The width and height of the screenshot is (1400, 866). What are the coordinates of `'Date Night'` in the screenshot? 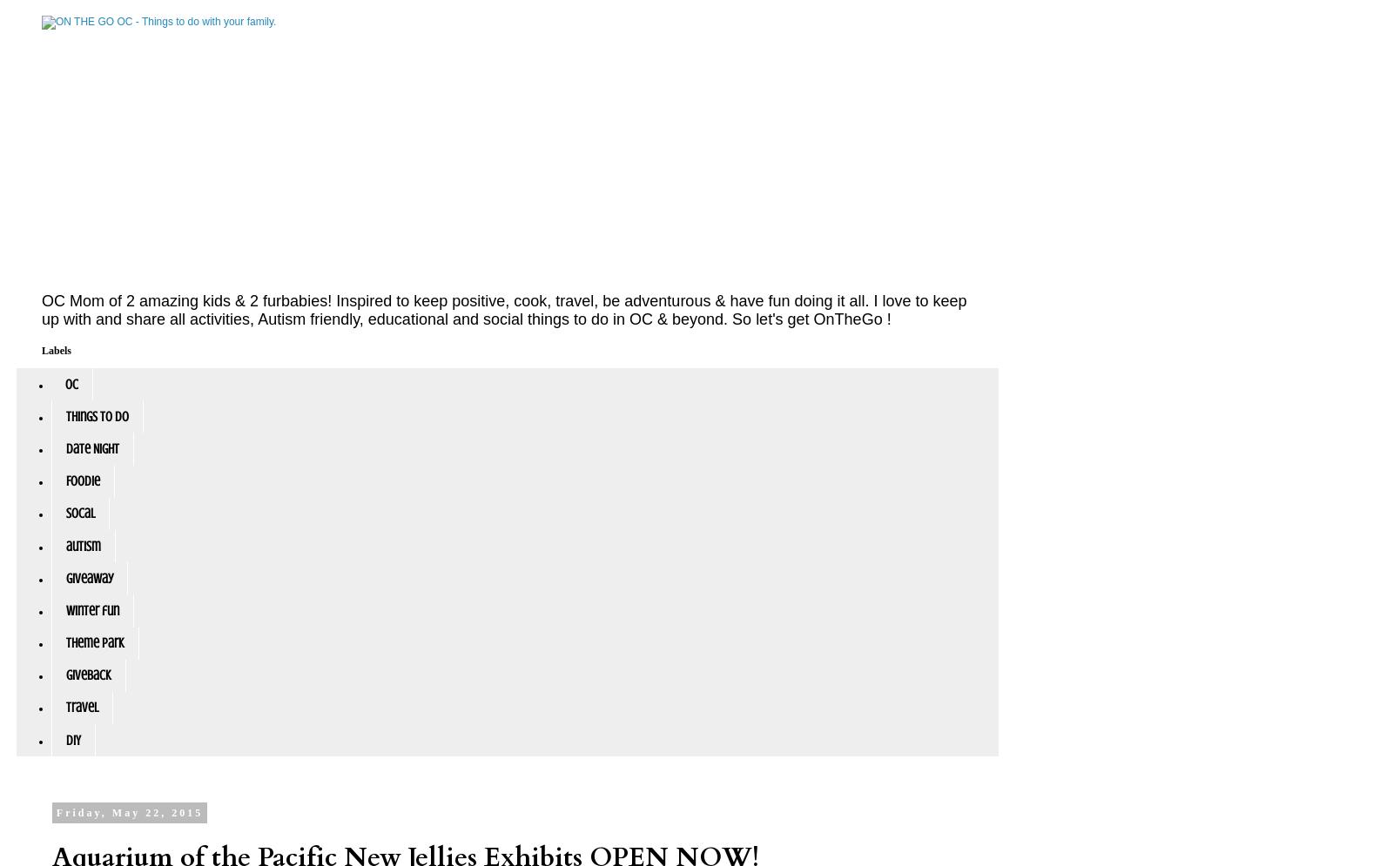 It's located at (92, 447).